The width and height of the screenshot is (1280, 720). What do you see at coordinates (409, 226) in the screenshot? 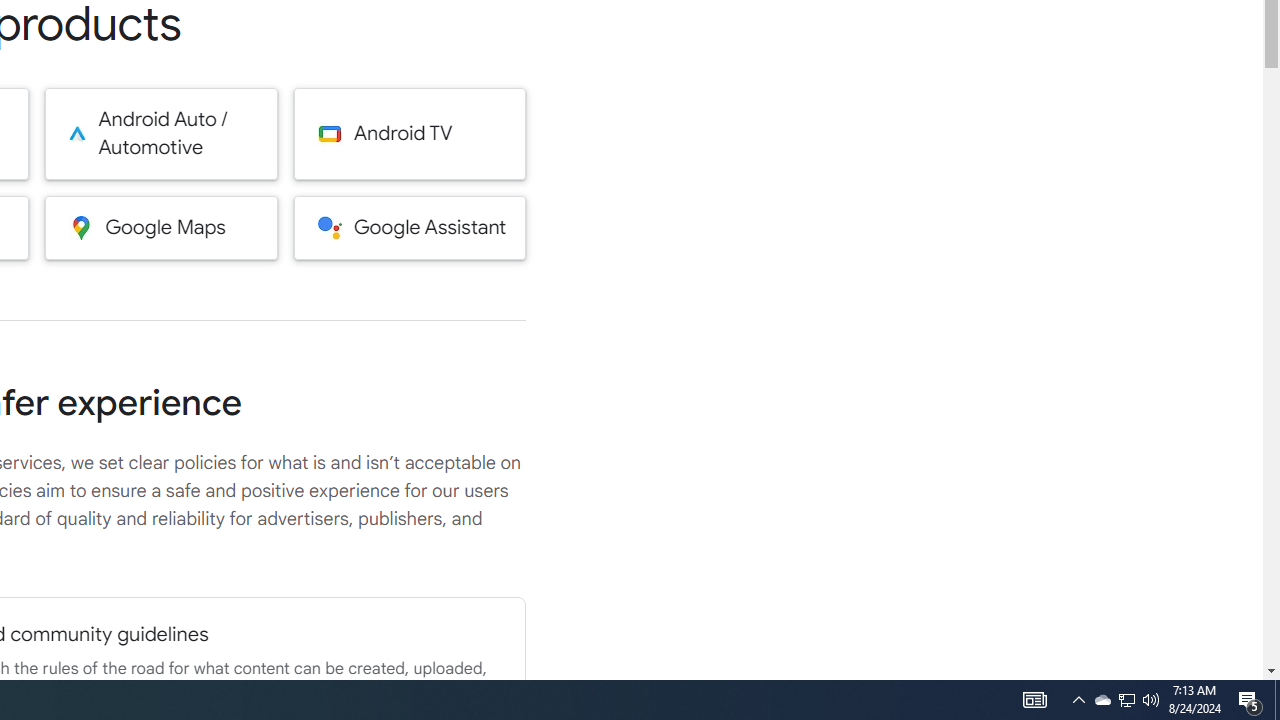
I see `'Google Assistant'` at bounding box center [409, 226].